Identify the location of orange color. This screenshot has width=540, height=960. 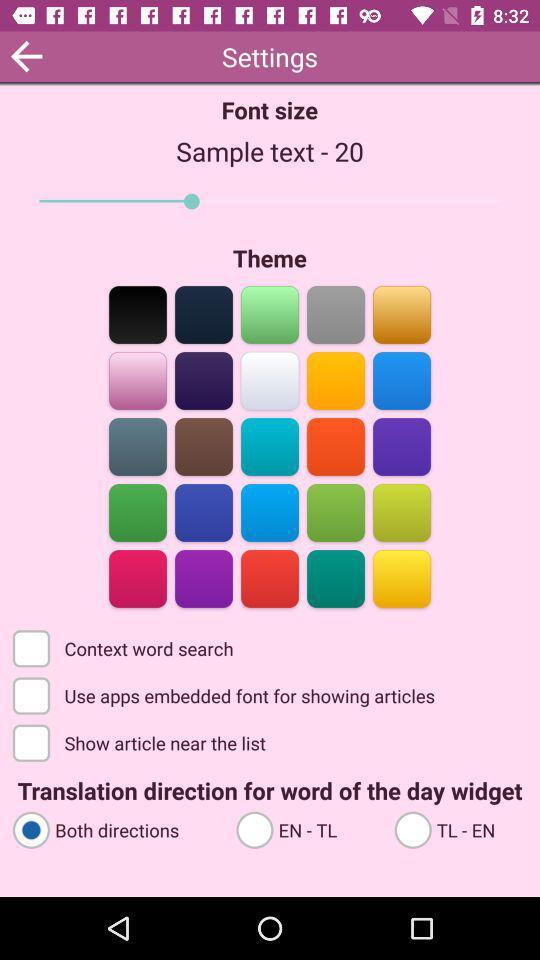
(335, 445).